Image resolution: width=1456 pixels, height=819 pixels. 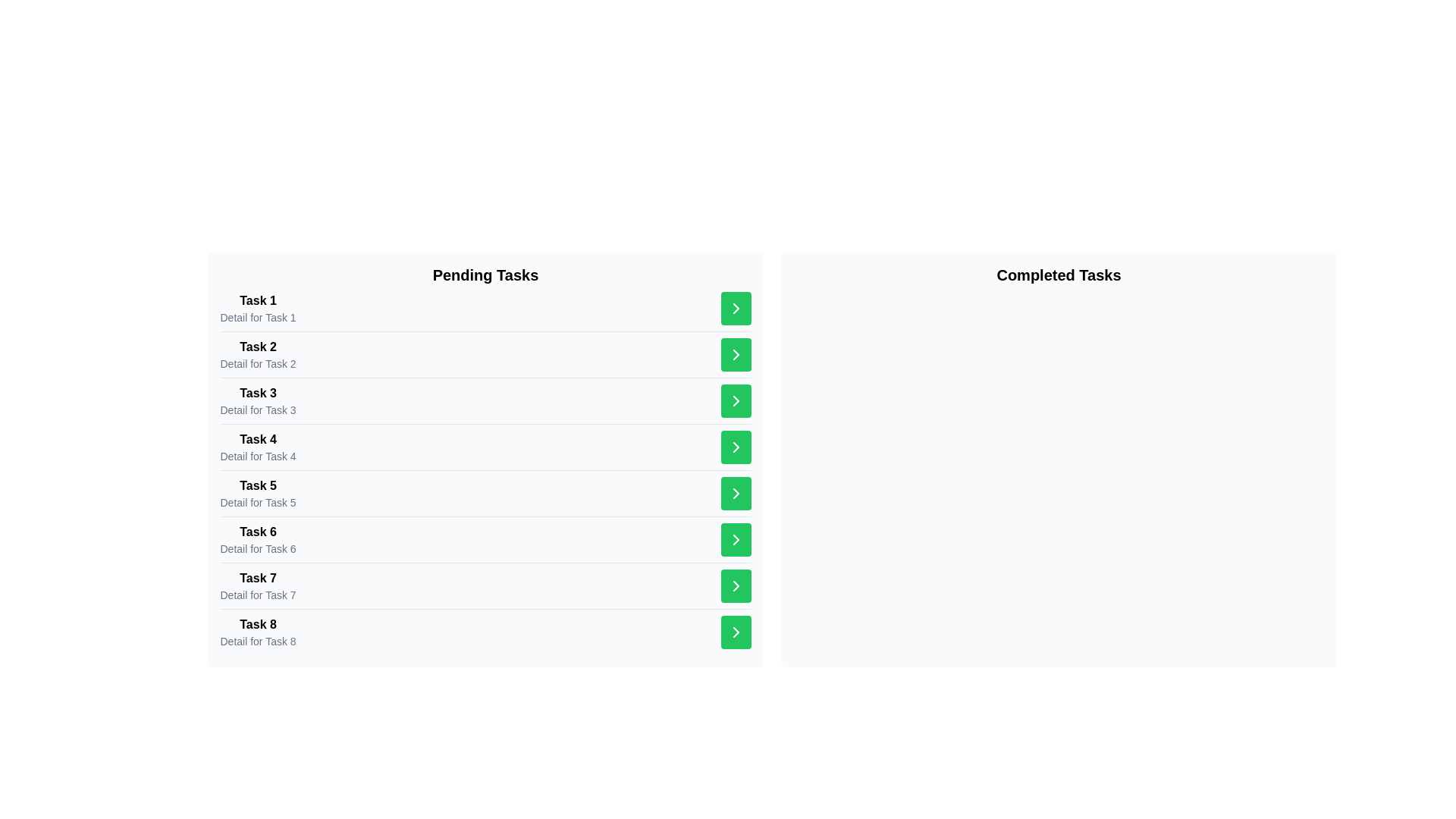 What do you see at coordinates (736, 494) in the screenshot?
I see `the navigation button for 'Task 5' located in the 'Pending Tasks' section` at bounding box center [736, 494].